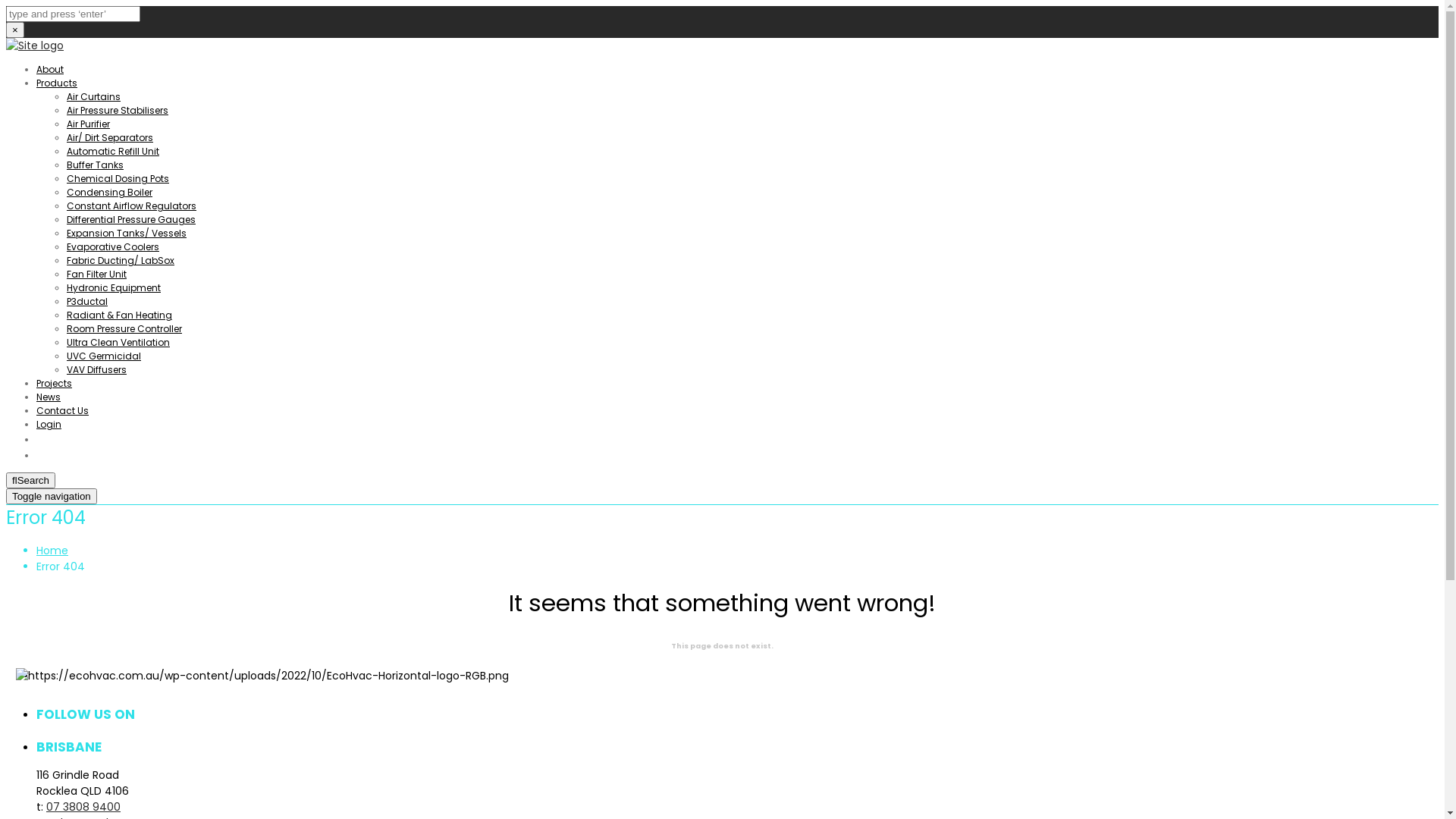 This screenshot has width=1456, height=819. What do you see at coordinates (36, 69) in the screenshot?
I see `'About'` at bounding box center [36, 69].